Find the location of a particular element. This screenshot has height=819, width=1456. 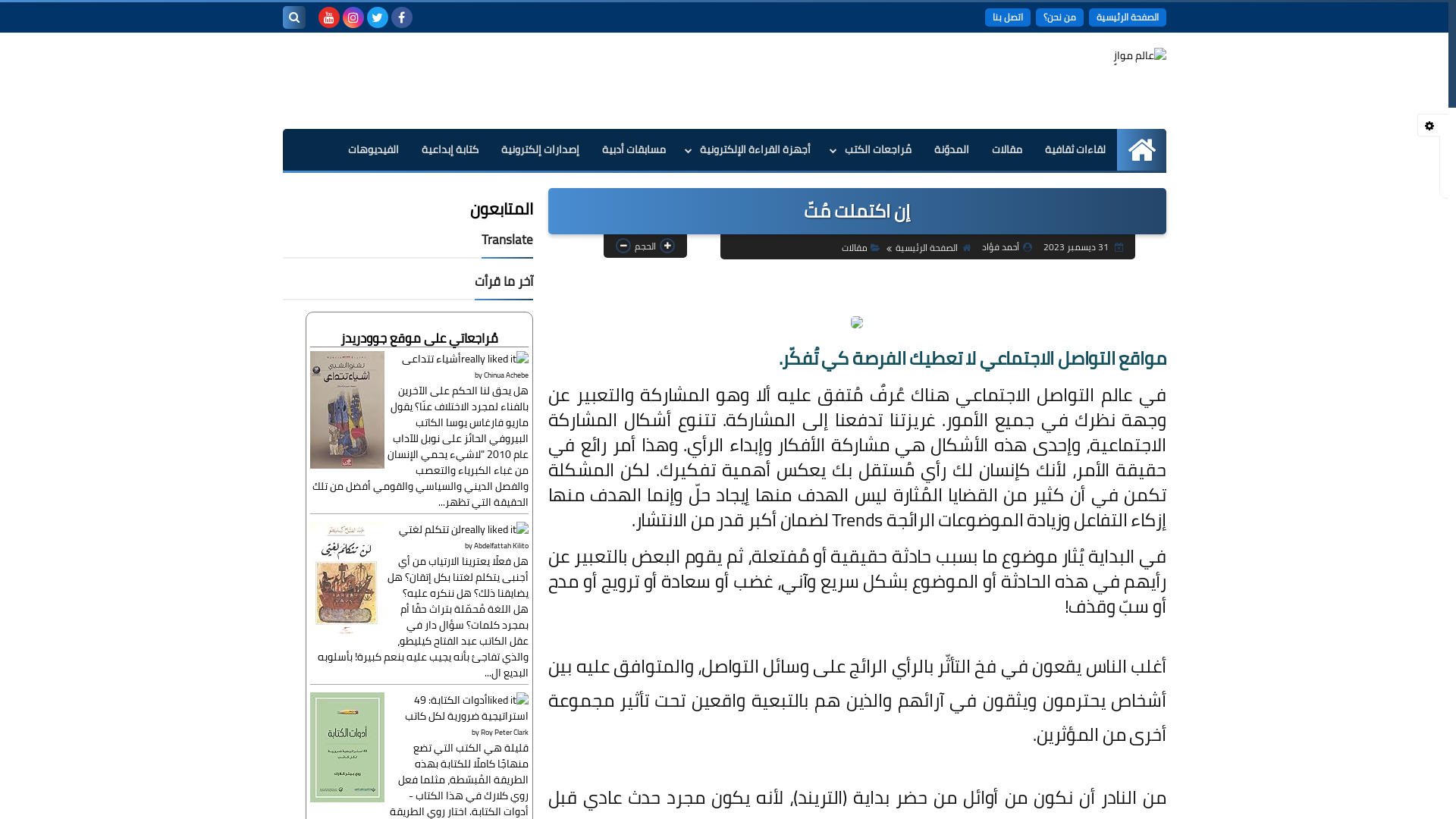

'twitter' is located at coordinates (378, 17).